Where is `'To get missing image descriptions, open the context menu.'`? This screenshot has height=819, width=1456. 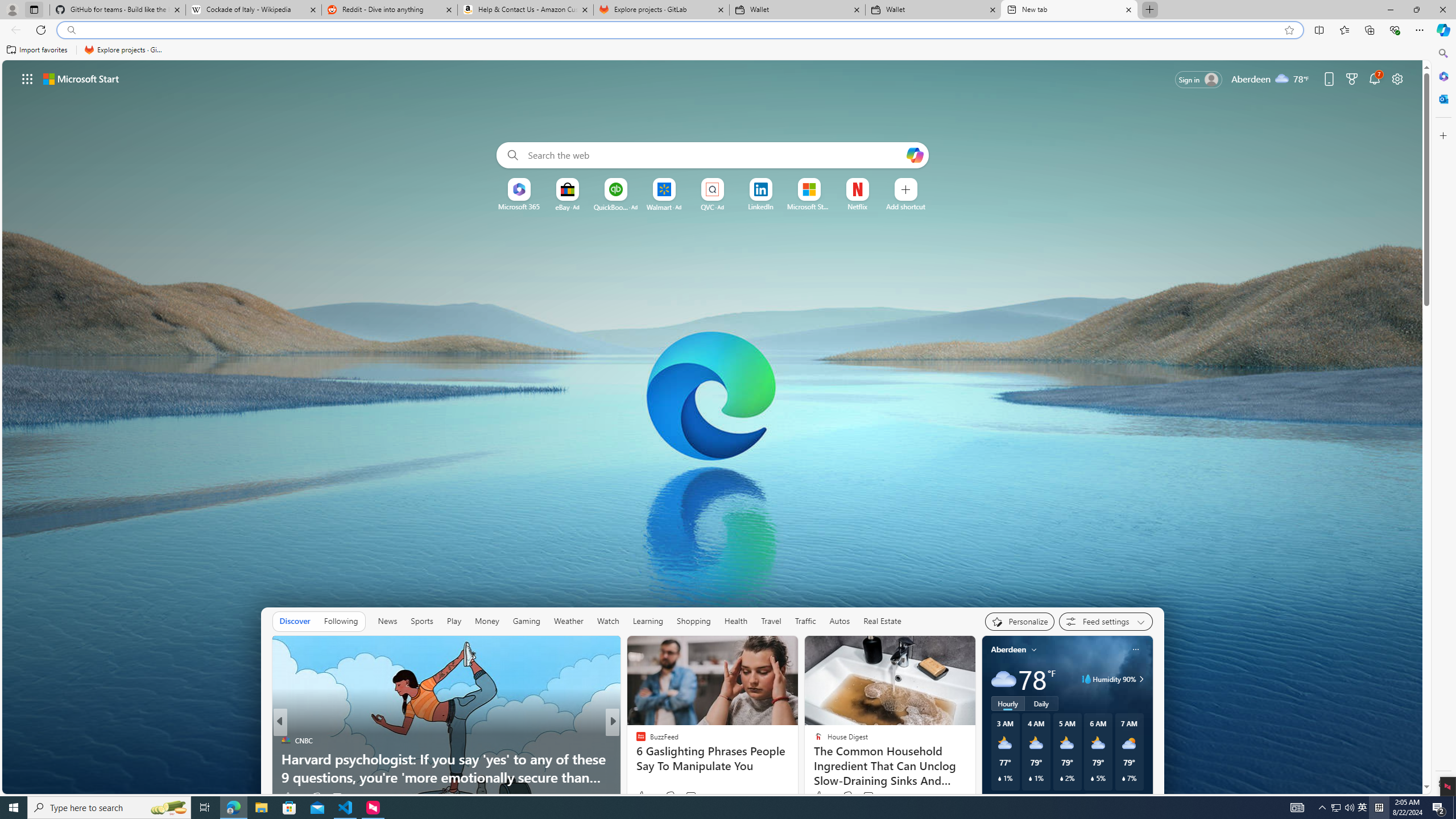 'To get missing image descriptions, open the context menu.' is located at coordinates (519, 189).